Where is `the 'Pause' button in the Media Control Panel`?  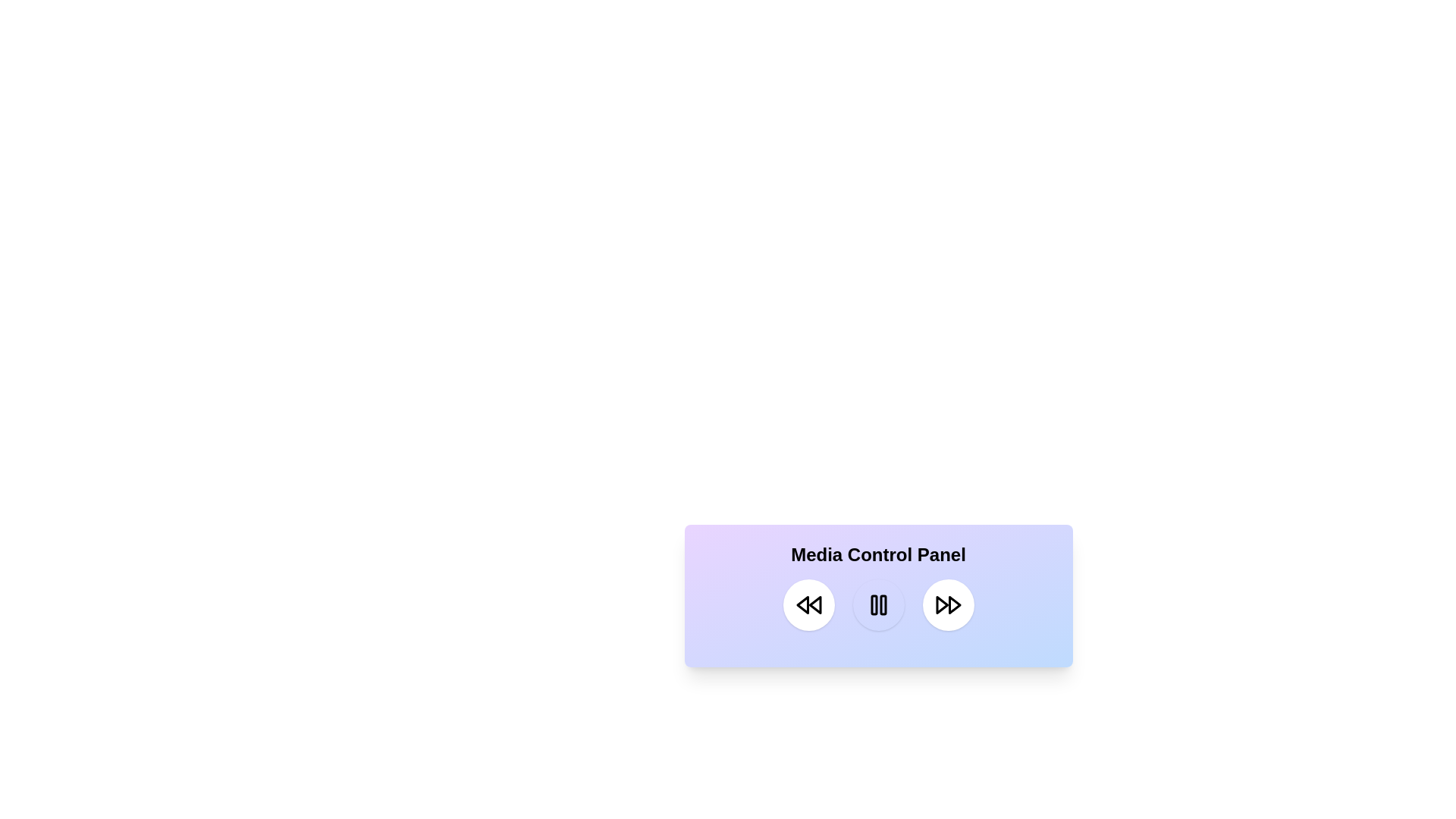 the 'Pause' button in the Media Control Panel is located at coordinates (878, 604).